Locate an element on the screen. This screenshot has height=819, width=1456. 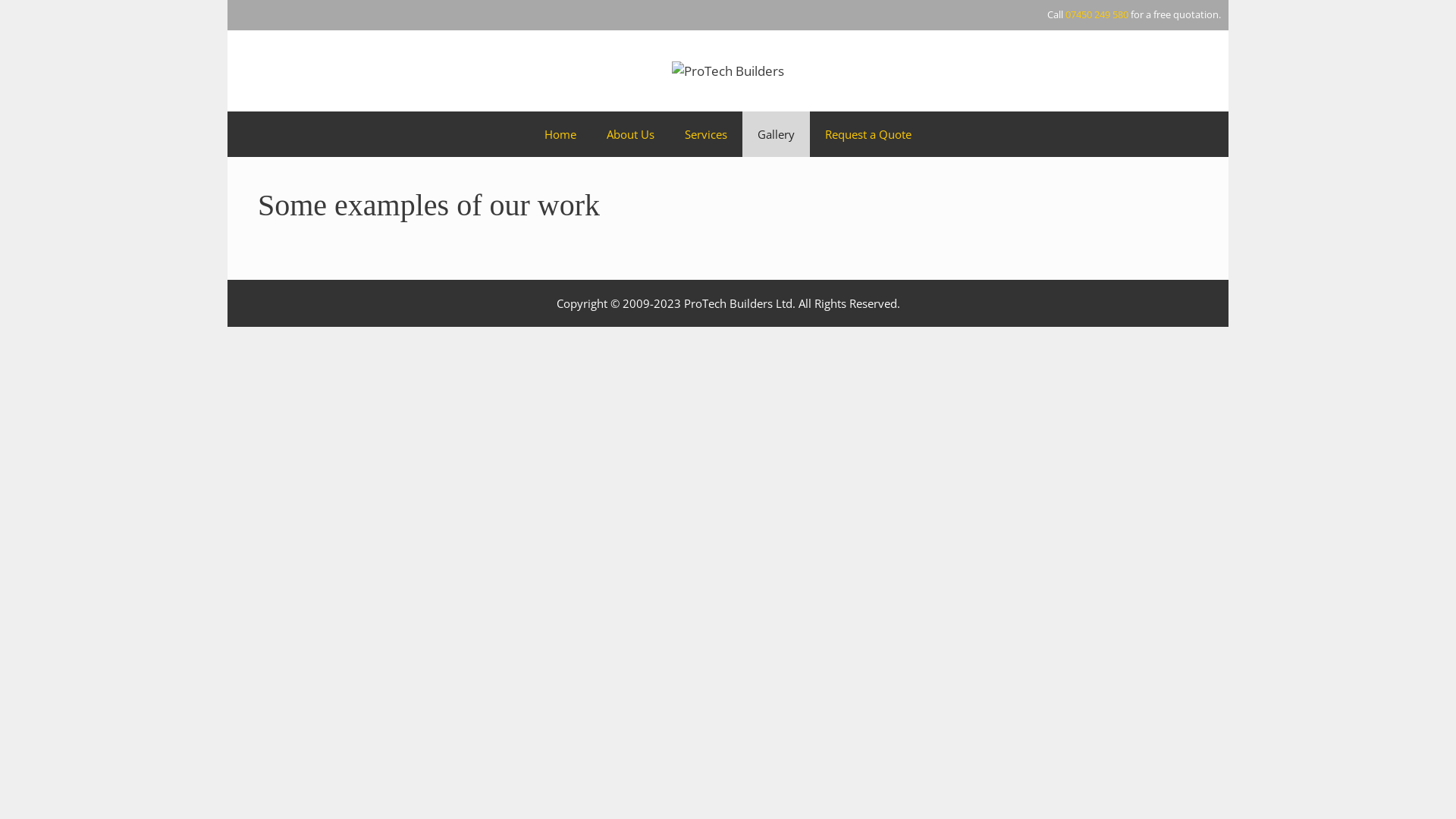
'Services' is located at coordinates (669, 133).